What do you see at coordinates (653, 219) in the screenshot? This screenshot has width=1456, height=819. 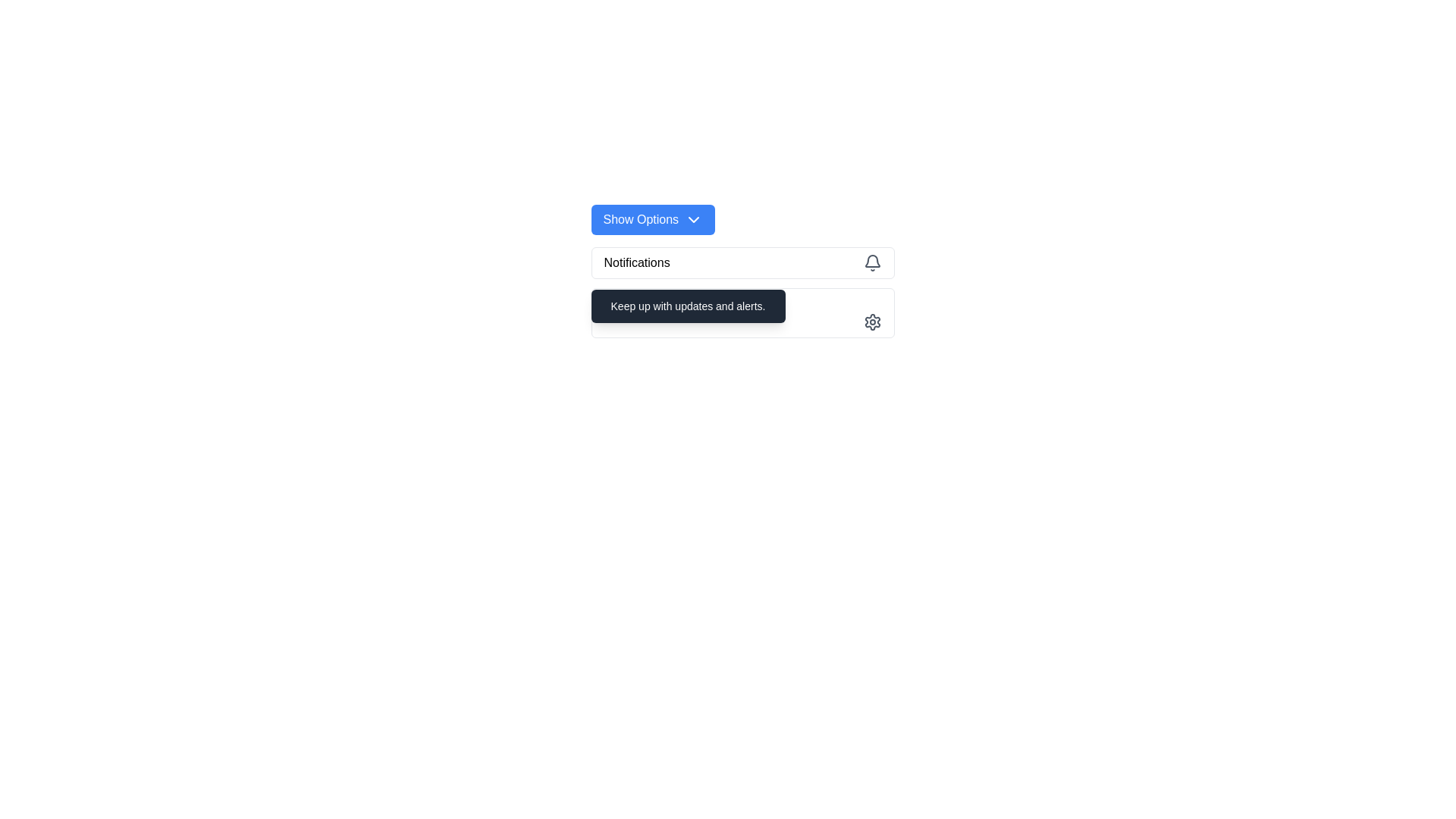 I see `the dropdown trigger button located at the top-left corner of the notifications settings section` at bounding box center [653, 219].